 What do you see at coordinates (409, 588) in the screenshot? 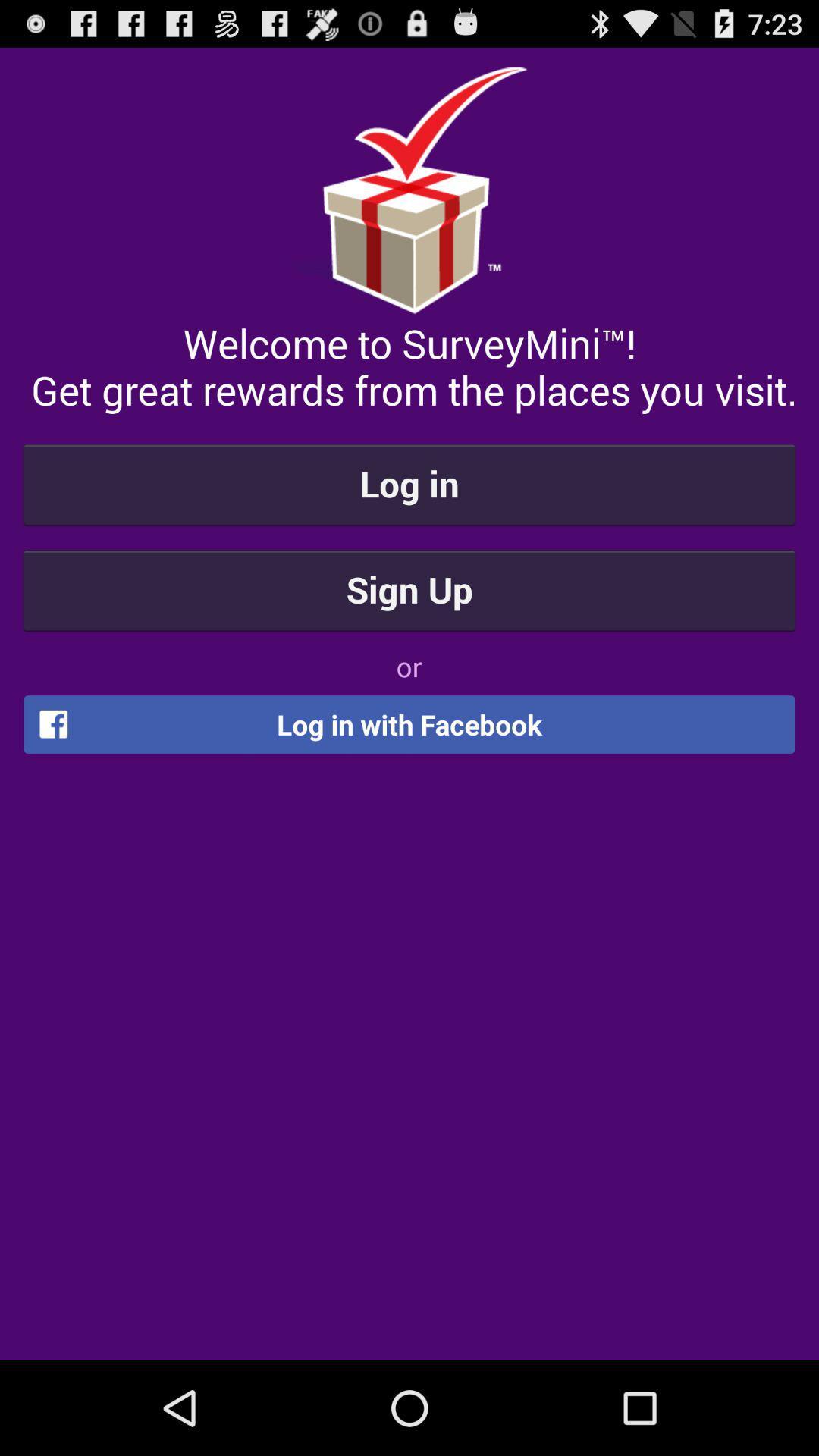
I see `item above the or icon` at bounding box center [409, 588].